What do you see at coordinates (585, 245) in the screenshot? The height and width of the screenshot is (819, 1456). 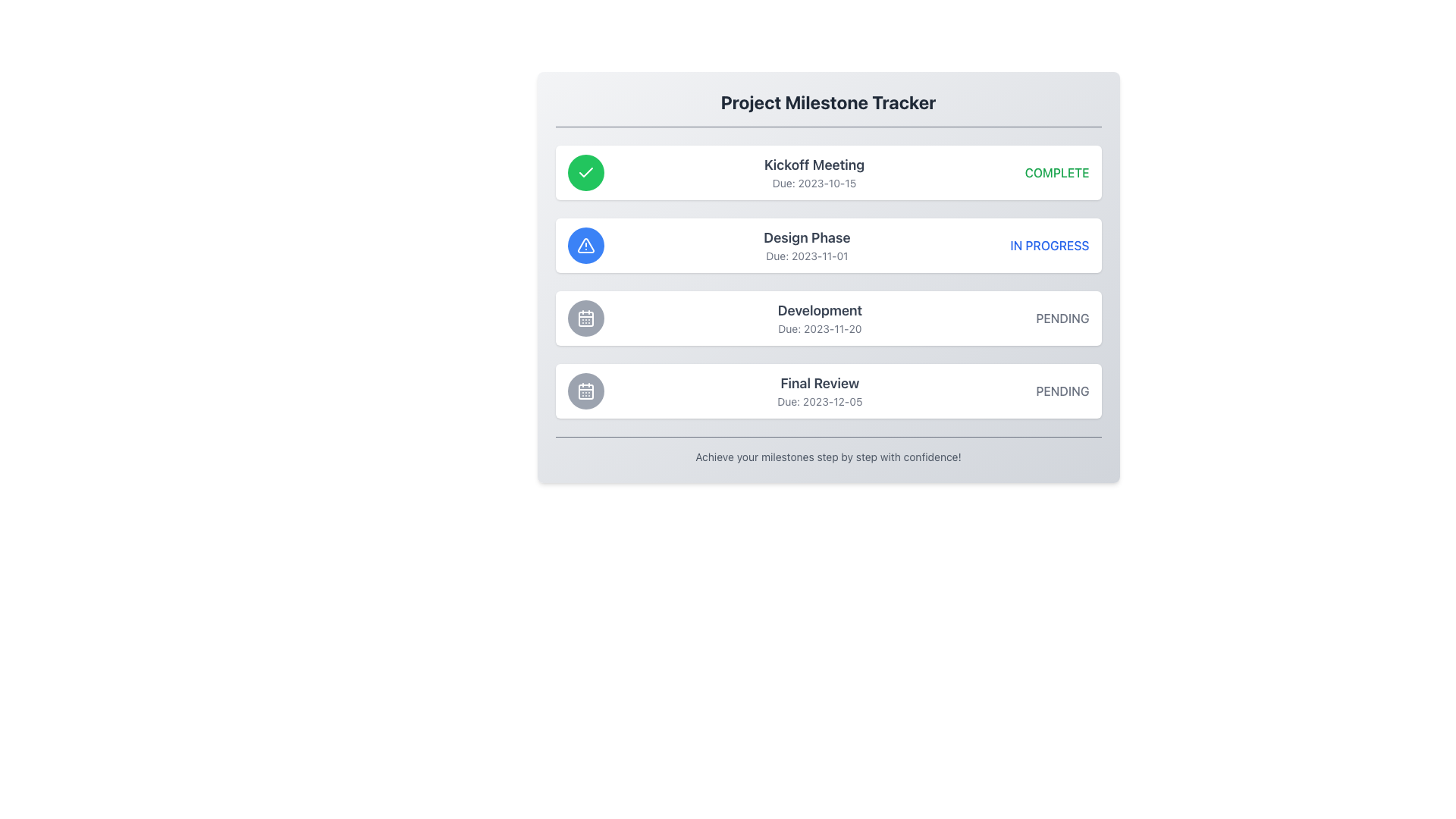 I see `the triangular alert icon located at the far left of the 'Design Phase' section in the milestone tracker interface` at bounding box center [585, 245].